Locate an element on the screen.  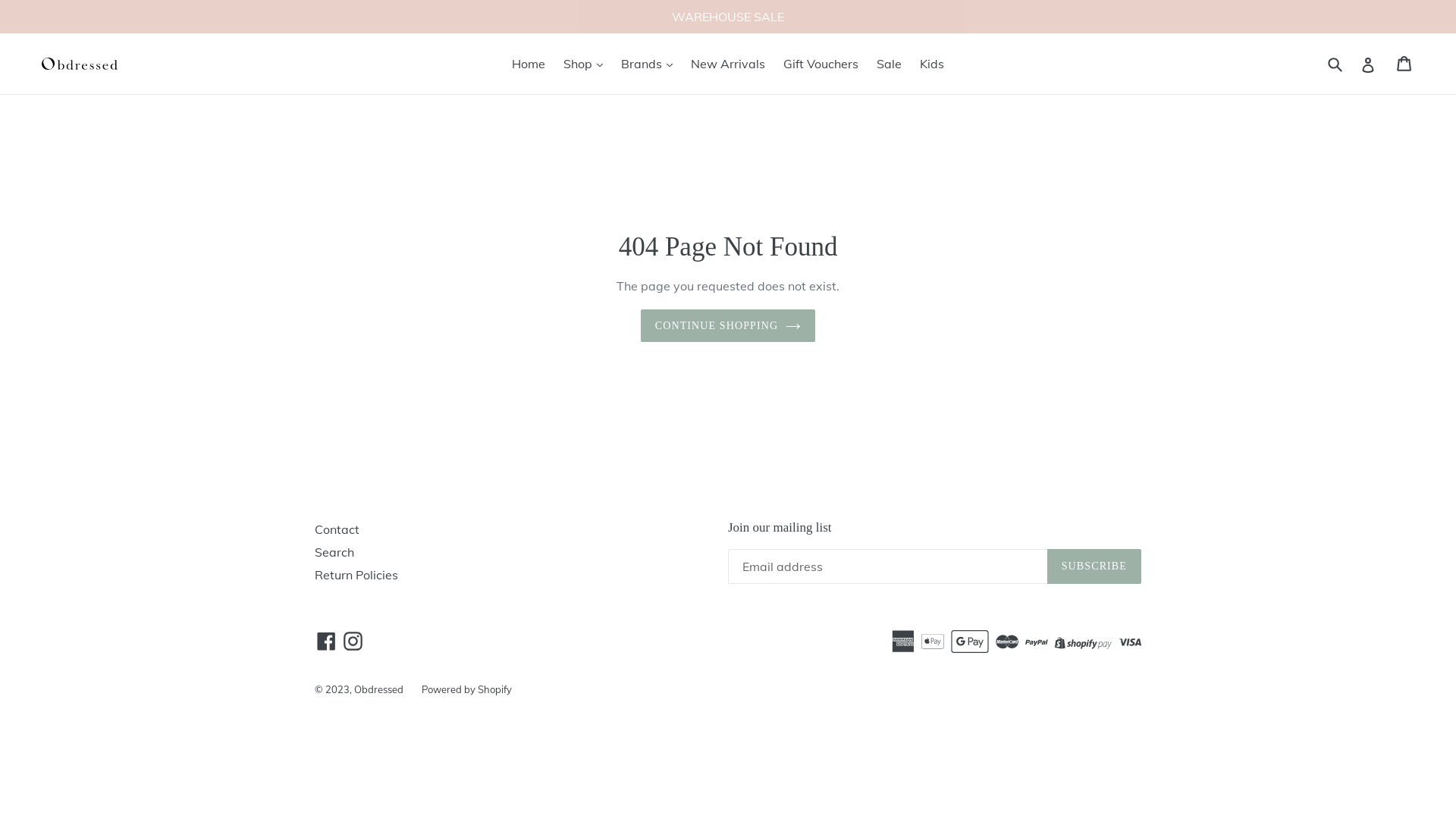
'Log in' is located at coordinates (1368, 63).